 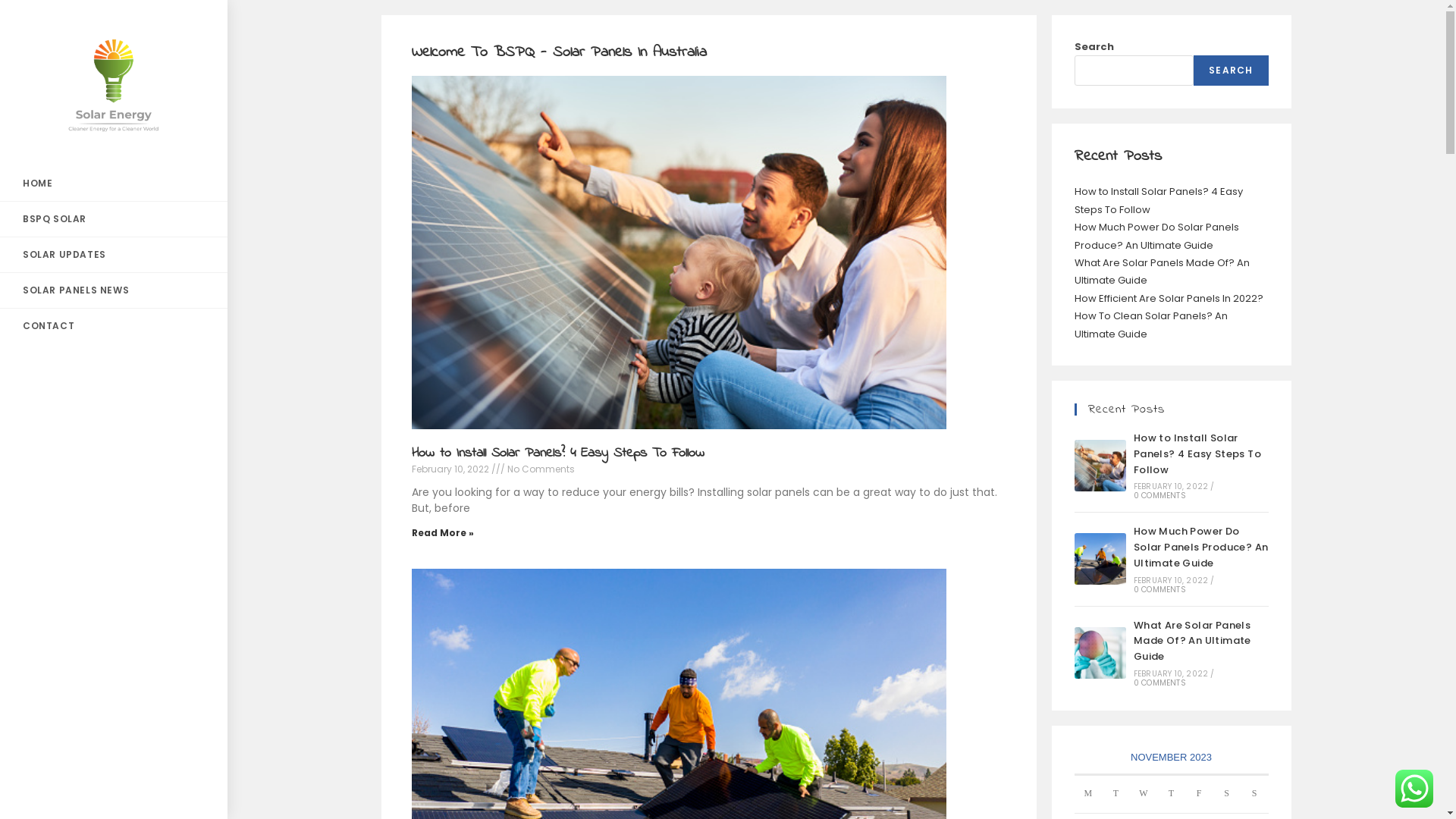 What do you see at coordinates (1230, 70) in the screenshot?
I see `'SEARCH'` at bounding box center [1230, 70].